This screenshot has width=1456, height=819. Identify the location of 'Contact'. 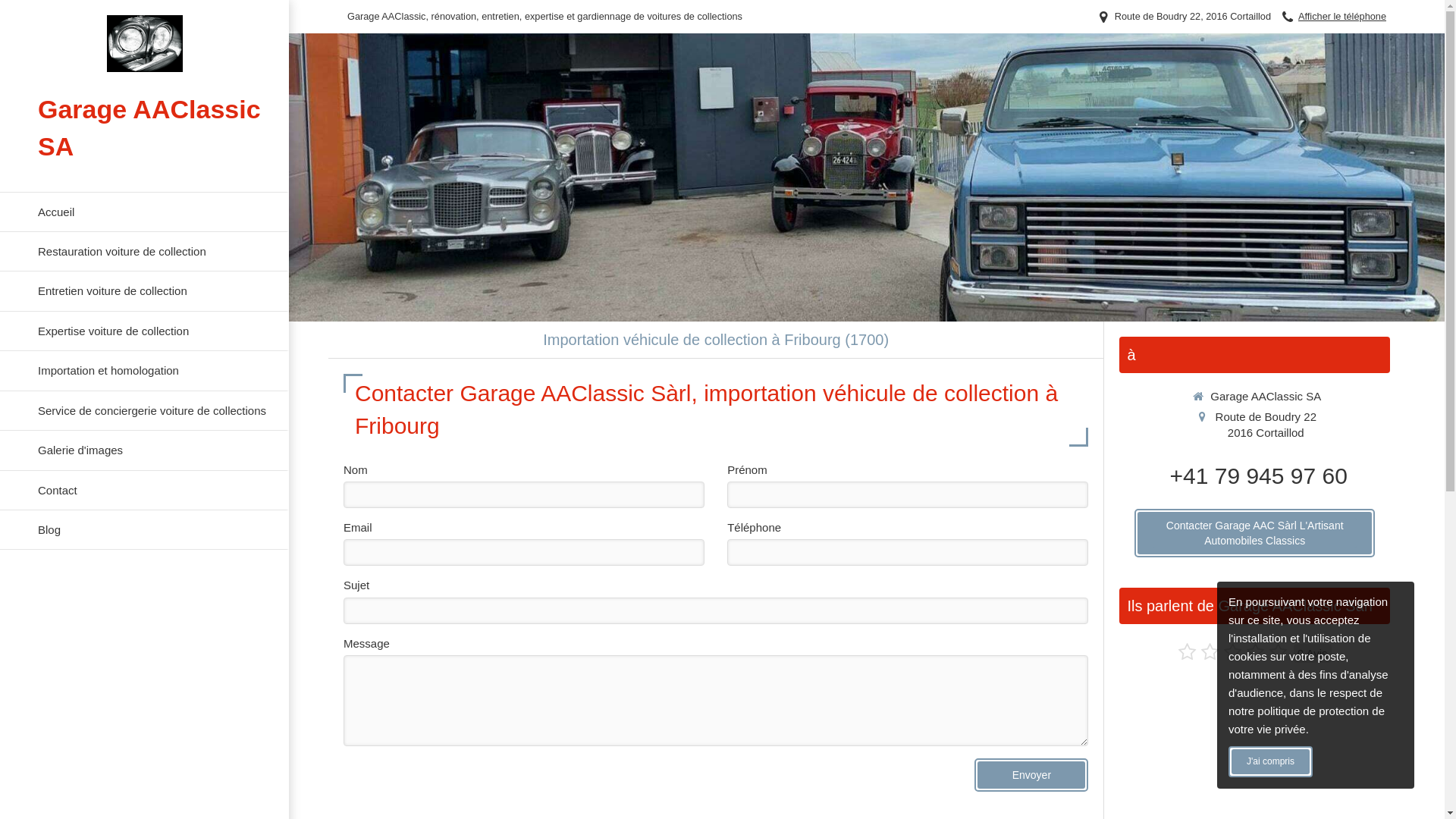
(144, 489).